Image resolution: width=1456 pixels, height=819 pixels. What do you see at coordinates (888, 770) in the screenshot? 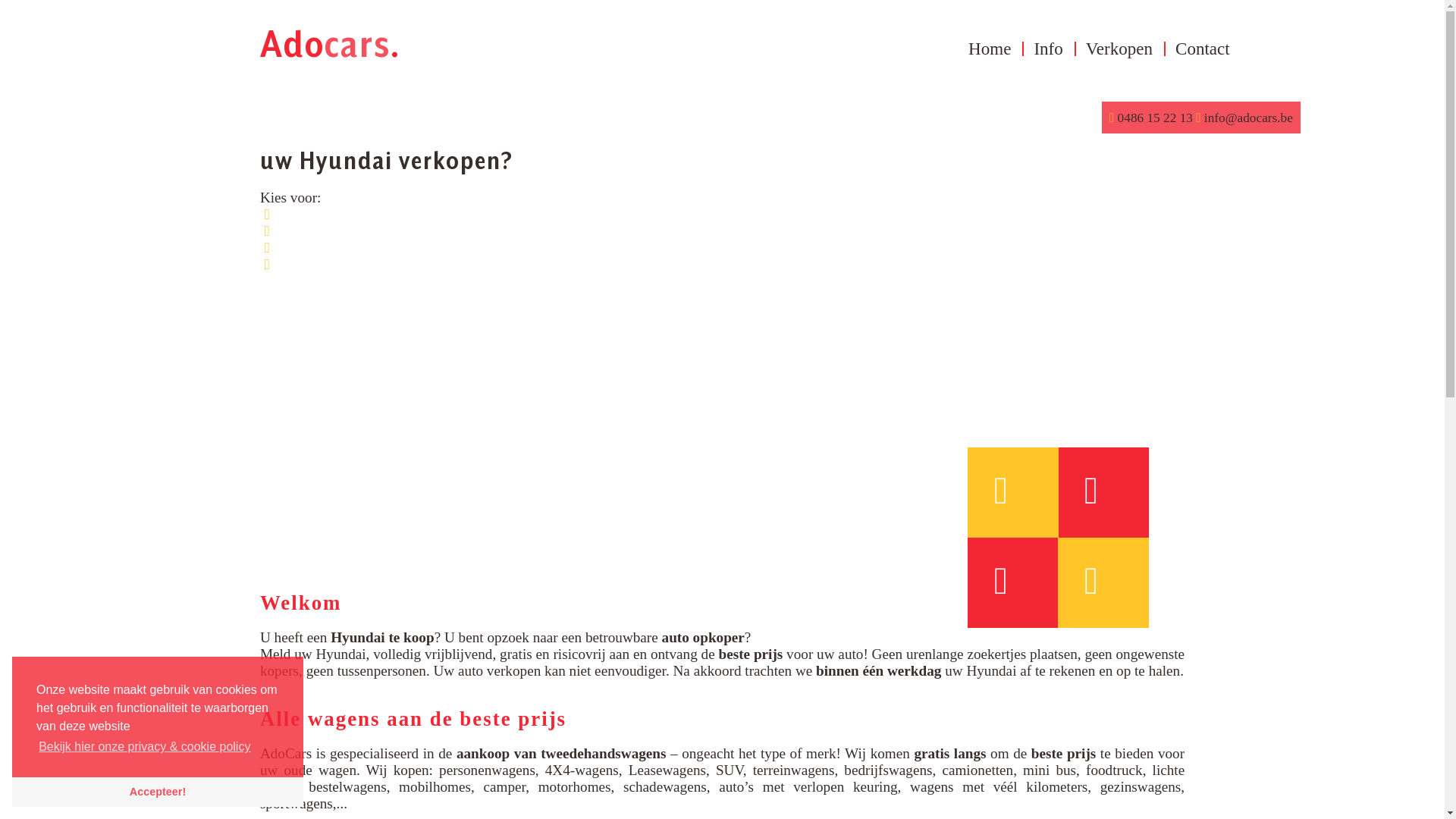
I see `'bedrijfswagens'` at bounding box center [888, 770].